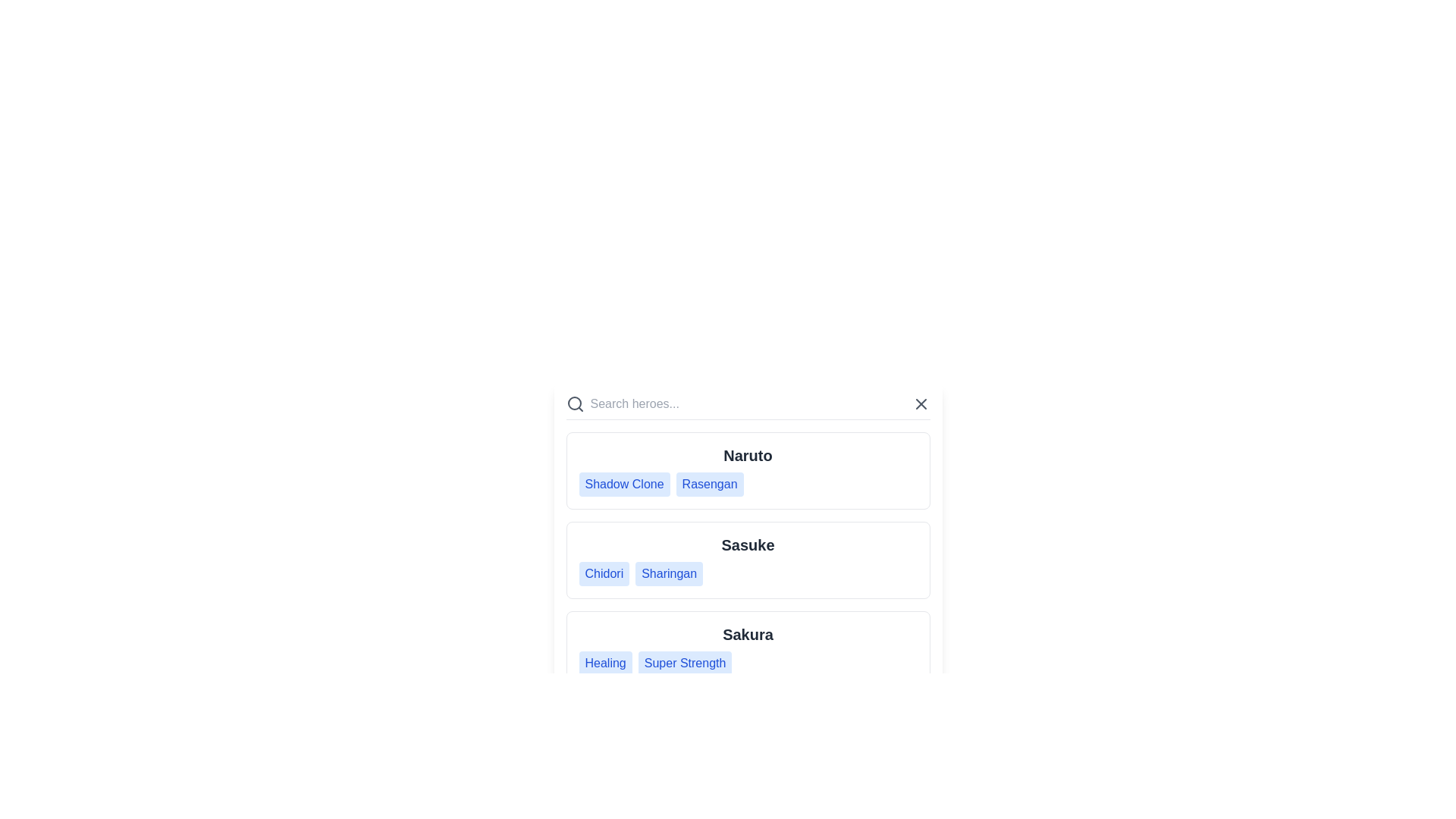 The image size is (1456, 819). Describe the element at coordinates (624, 485) in the screenshot. I see `the 'Shadow Clone' button, which is a light blue rectangular button with rounded corners located under the title 'Naruto'` at that location.